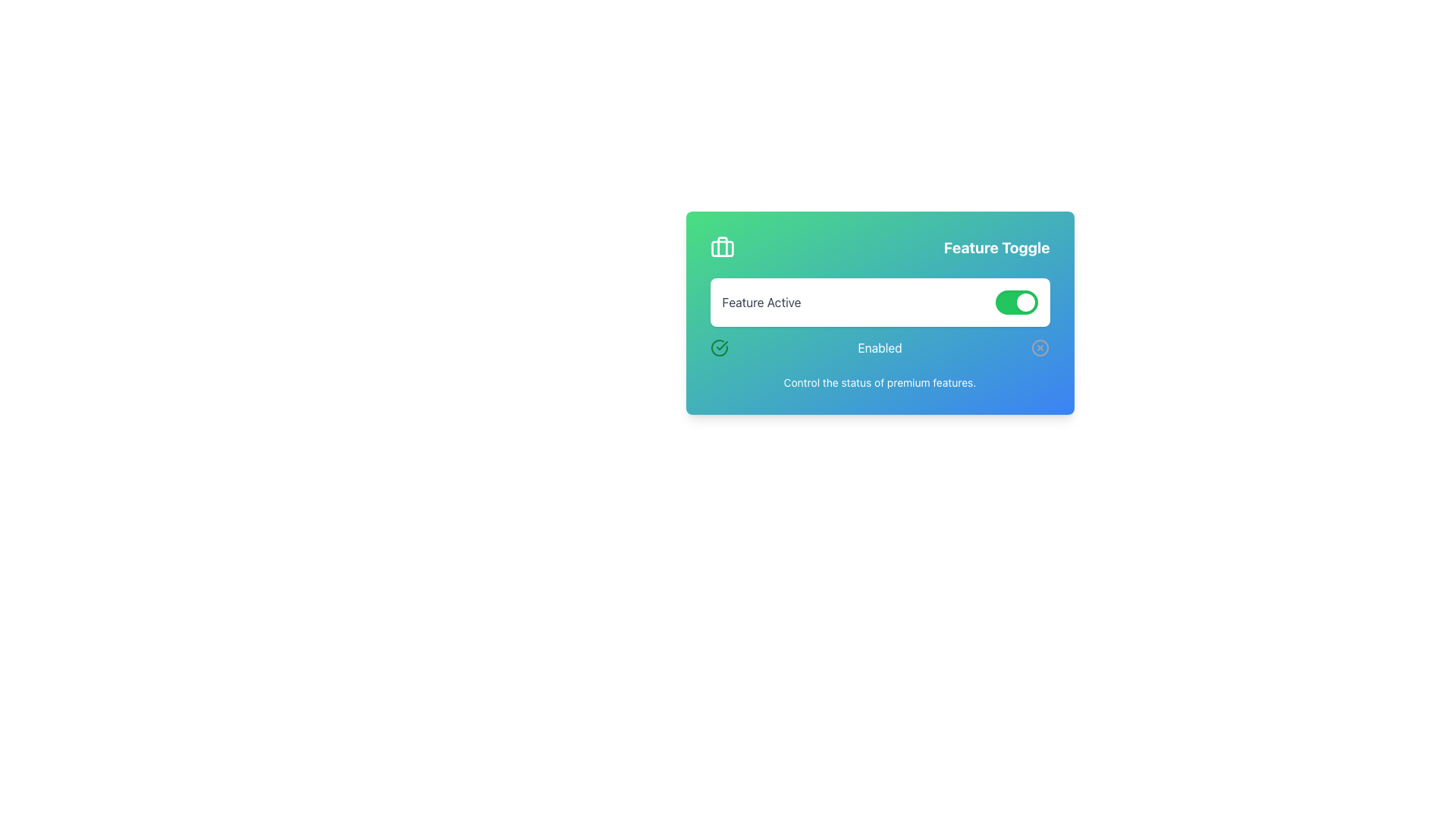 This screenshot has height=819, width=1456. Describe the element at coordinates (720, 345) in the screenshot. I see `the green checkmark icon which indicates a successful action, completion, or enabled state` at that location.